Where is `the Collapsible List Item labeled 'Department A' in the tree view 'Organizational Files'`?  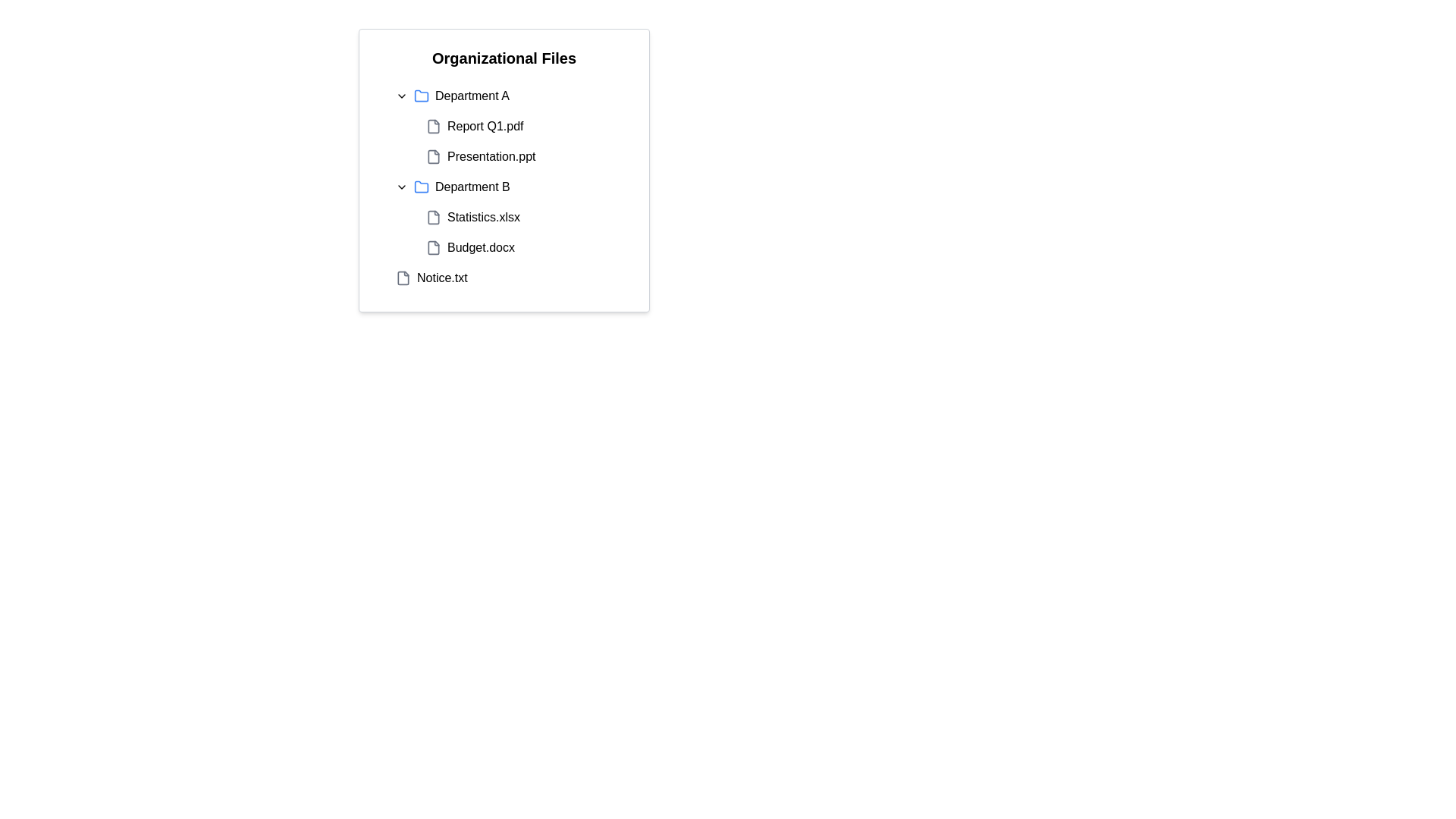
the Collapsible List Item labeled 'Department A' in the tree view 'Organizational Files' is located at coordinates (451, 96).